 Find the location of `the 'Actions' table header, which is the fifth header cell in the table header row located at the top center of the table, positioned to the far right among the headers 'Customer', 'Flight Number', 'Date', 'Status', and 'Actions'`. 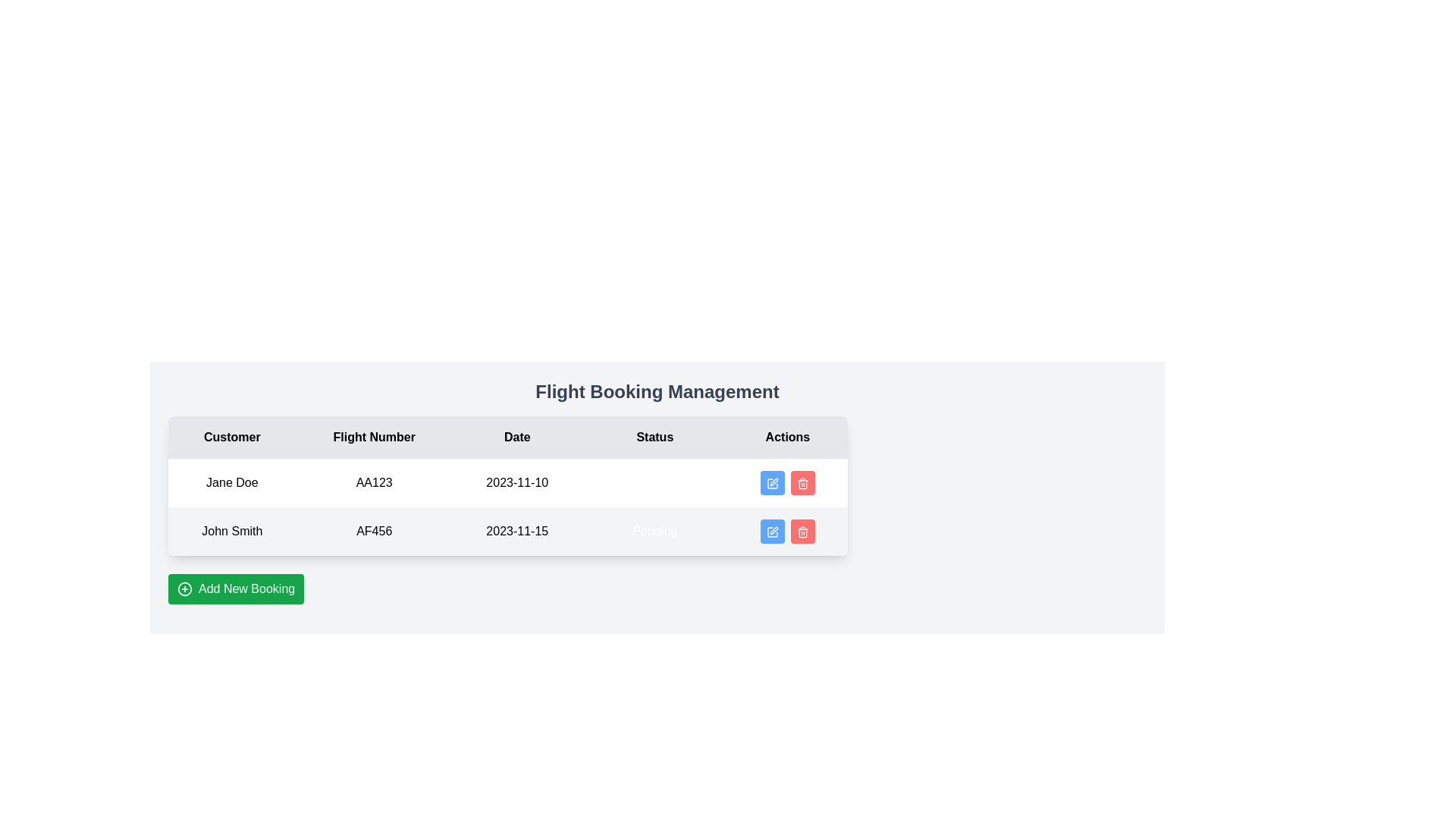

the 'Actions' table header, which is the fifth header cell in the table header row located at the top center of the table, positioned to the far right among the headers 'Customer', 'Flight Number', 'Date', 'Status', and 'Actions' is located at coordinates (787, 438).